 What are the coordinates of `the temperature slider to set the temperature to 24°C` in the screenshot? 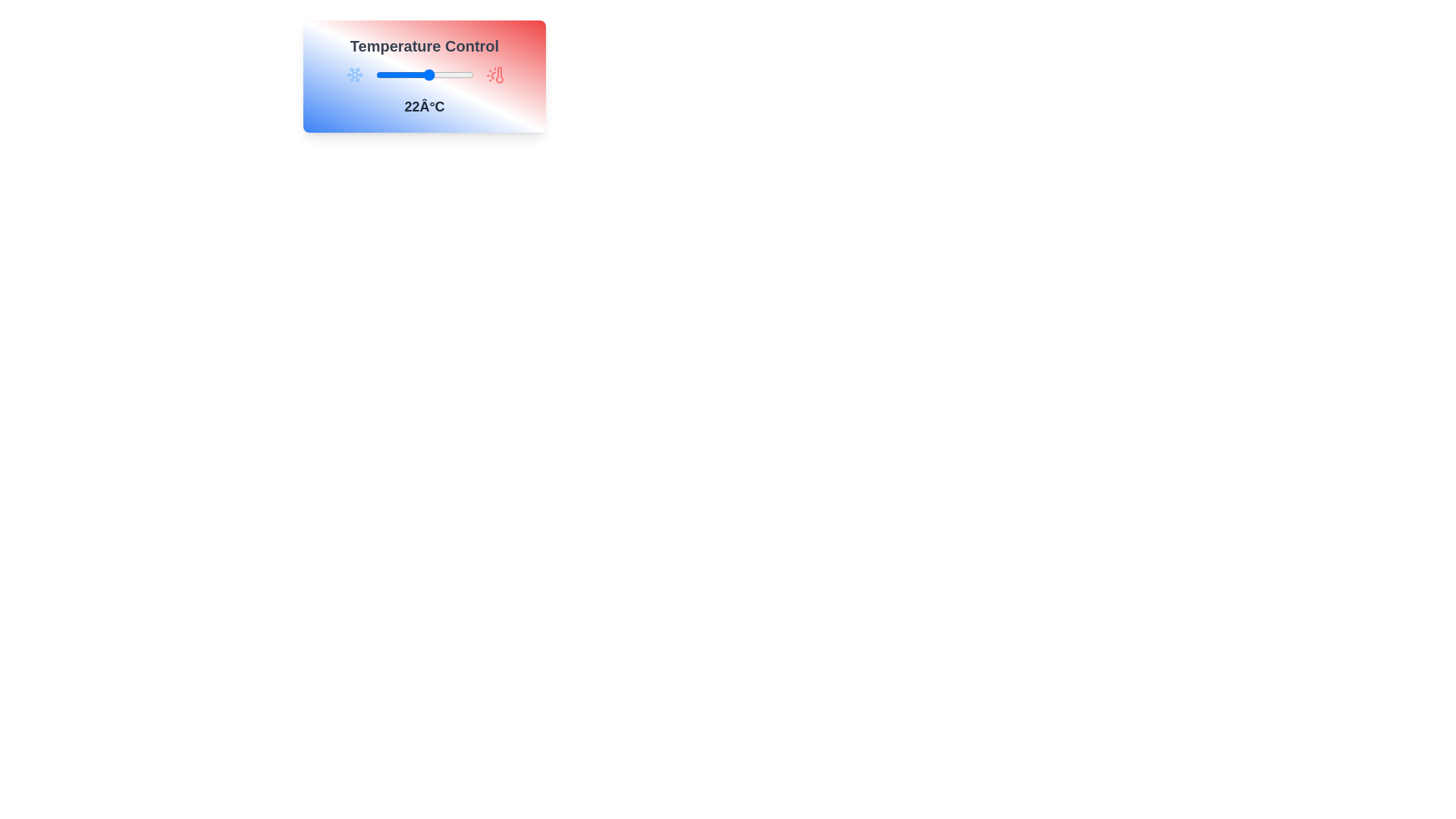 It's located at (433, 75).